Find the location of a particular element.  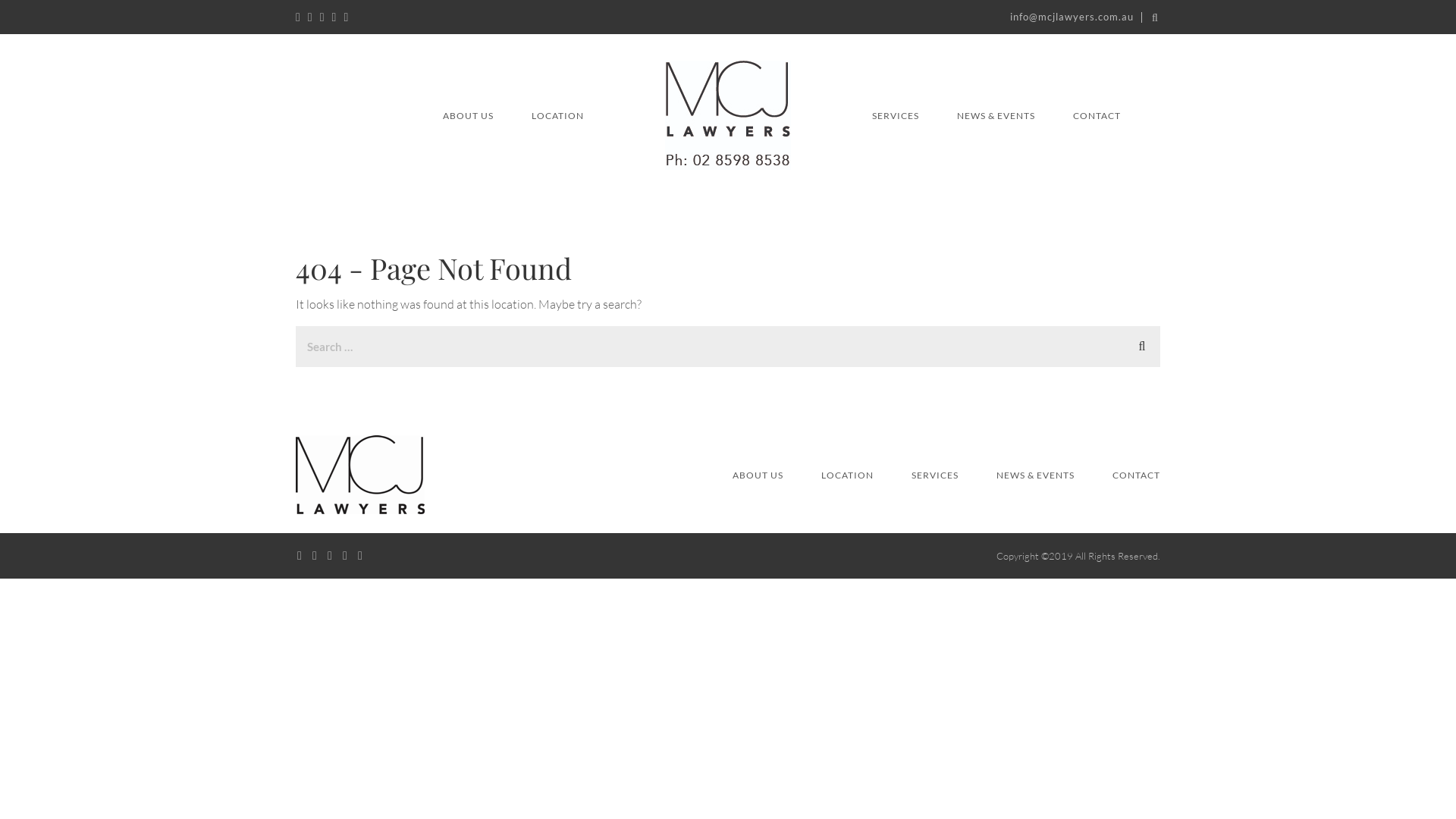

'CONTACT' is located at coordinates (1112, 475).